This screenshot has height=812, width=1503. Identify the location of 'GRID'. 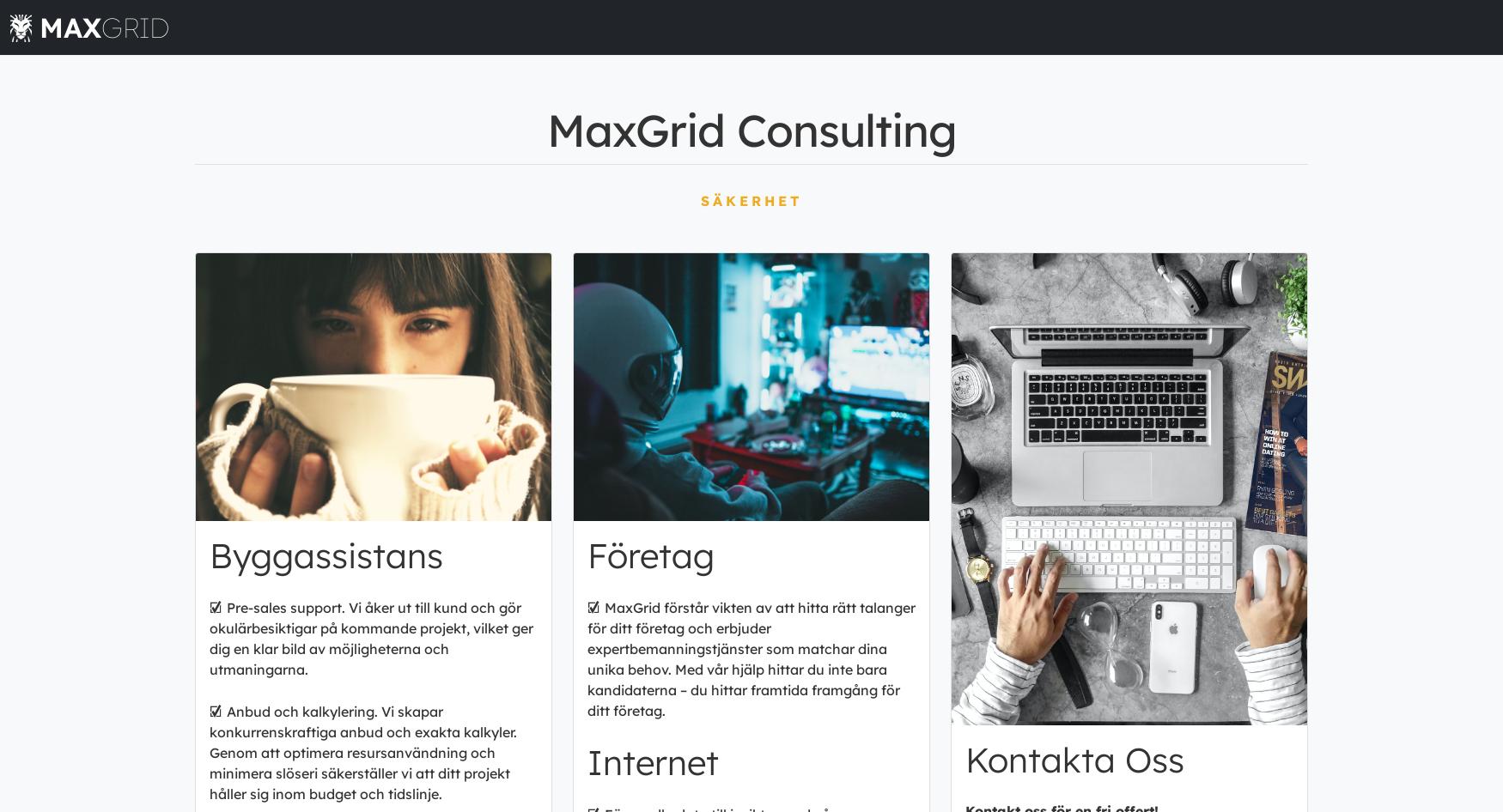
(135, 27).